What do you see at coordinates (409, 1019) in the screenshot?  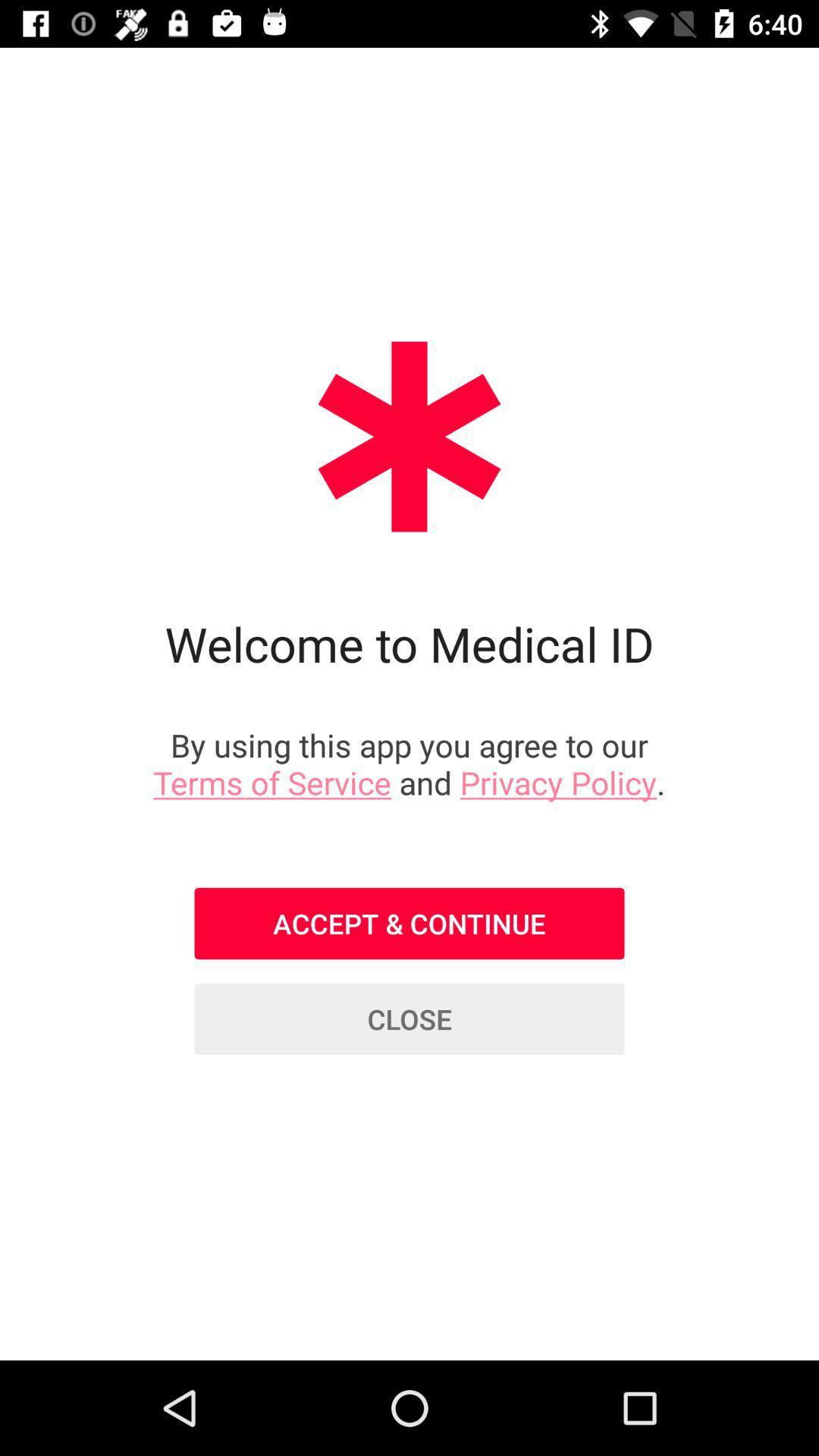 I see `close icon` at bounding box center [409, 1019].